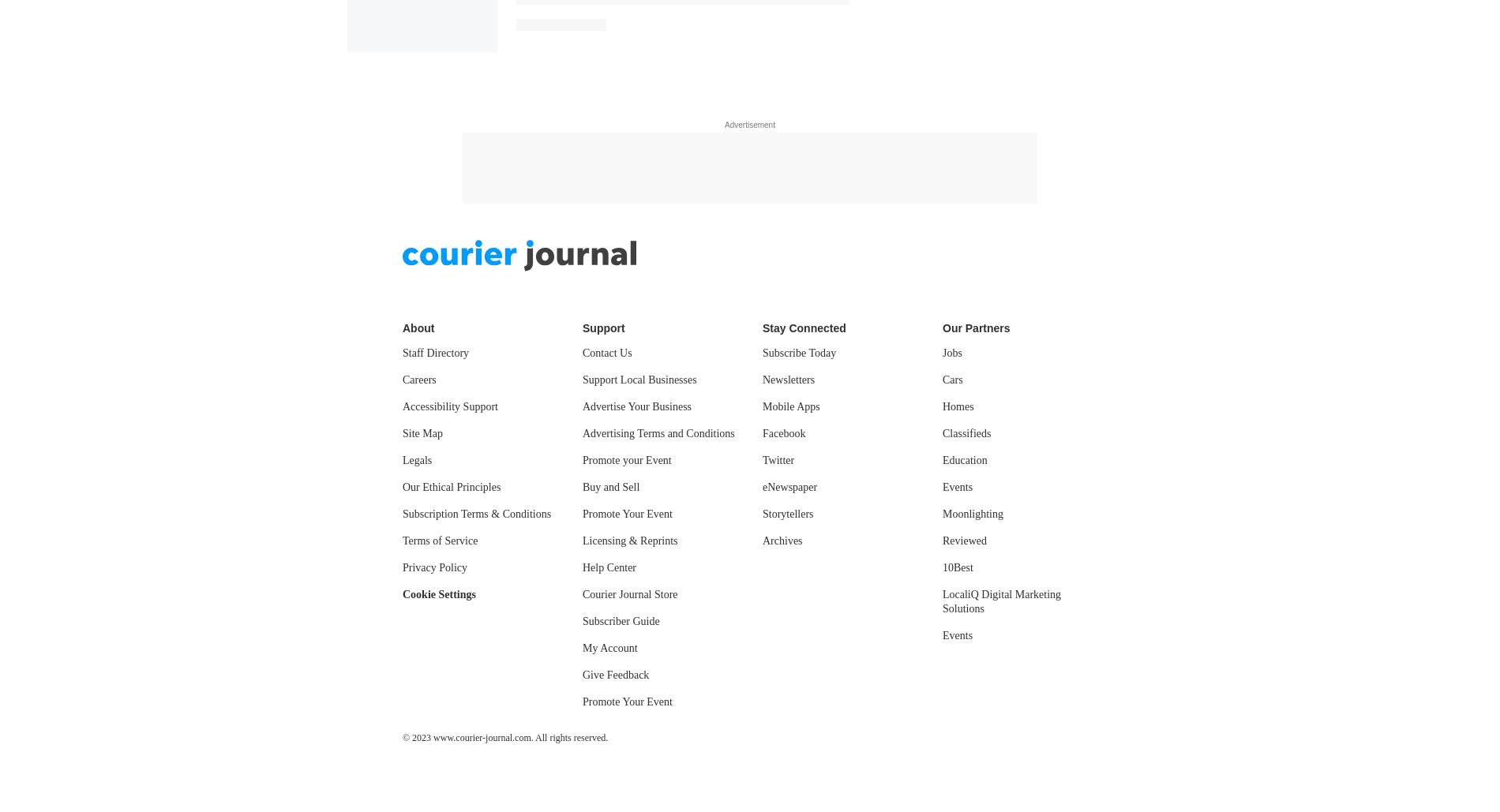  What do you see at coordinates (504, 294) in the screenshot?
I see `'© 2023 www.courier-journal.com. All rights reserved.'` at bounding box center [504, 294].